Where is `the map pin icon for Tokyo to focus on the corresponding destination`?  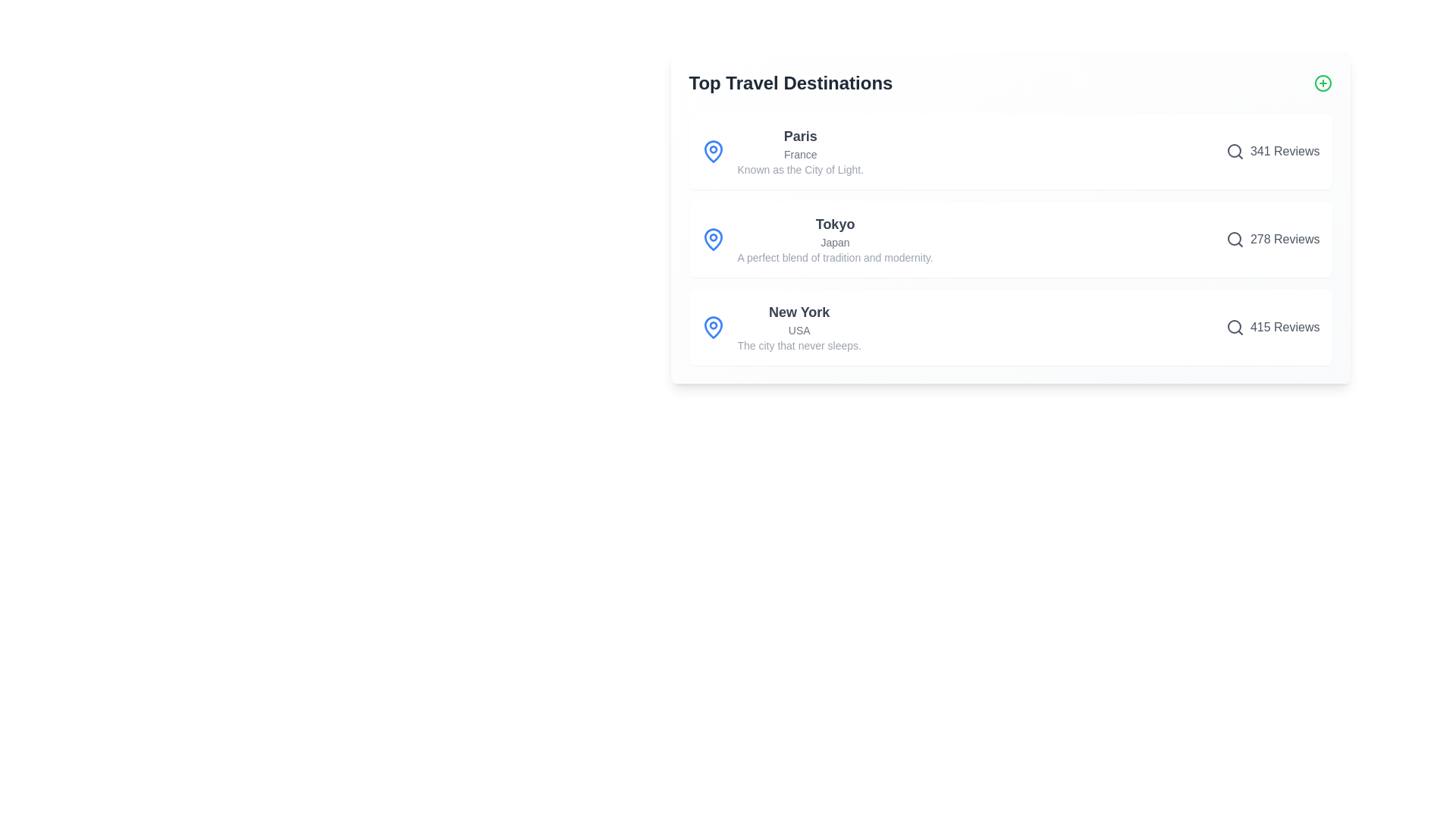 the map pin icon for Tokyo to focus on the corresponding destination is located at coordinates (712, 239).